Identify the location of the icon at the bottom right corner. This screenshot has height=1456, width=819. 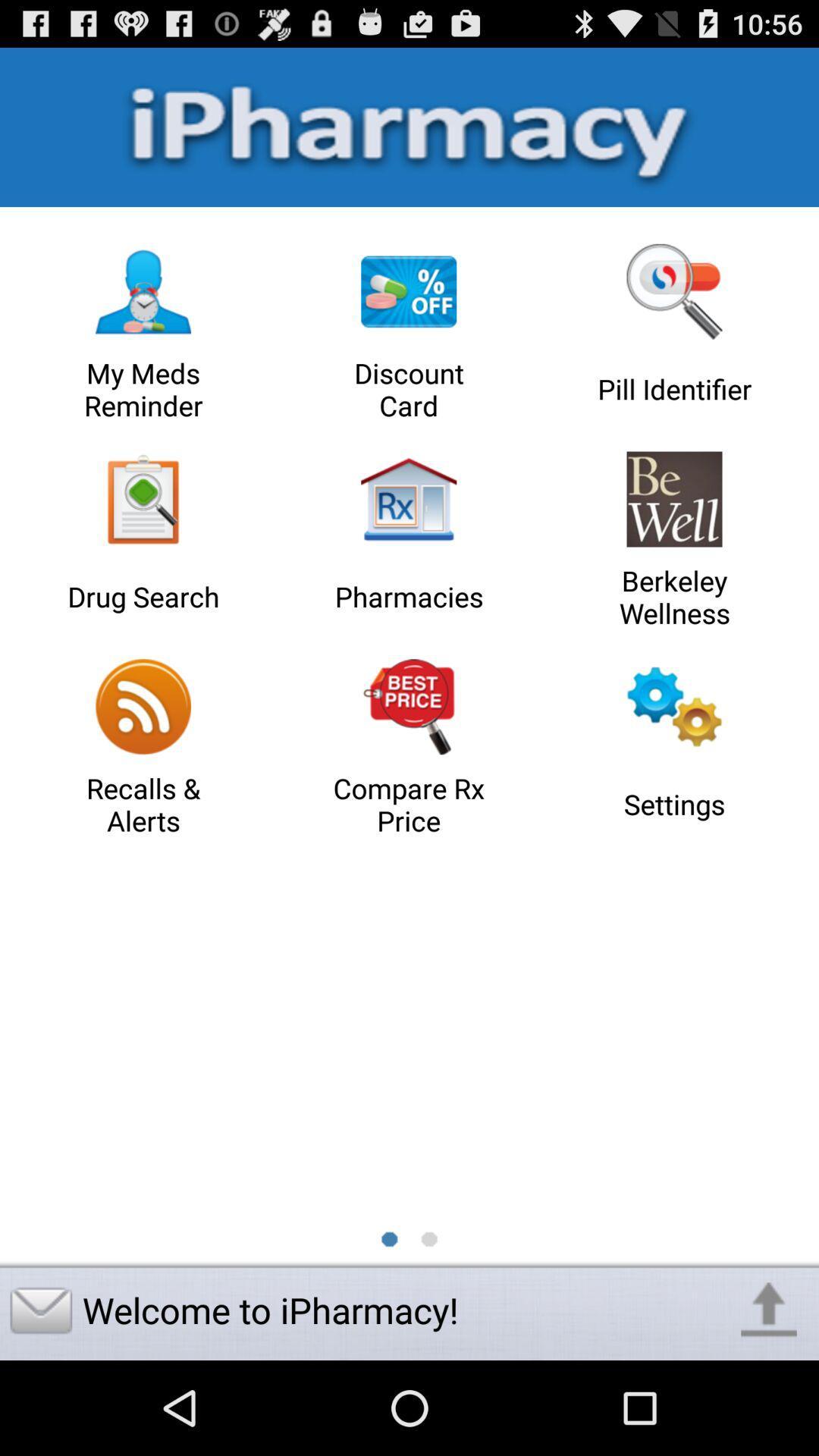
(769, 1310).